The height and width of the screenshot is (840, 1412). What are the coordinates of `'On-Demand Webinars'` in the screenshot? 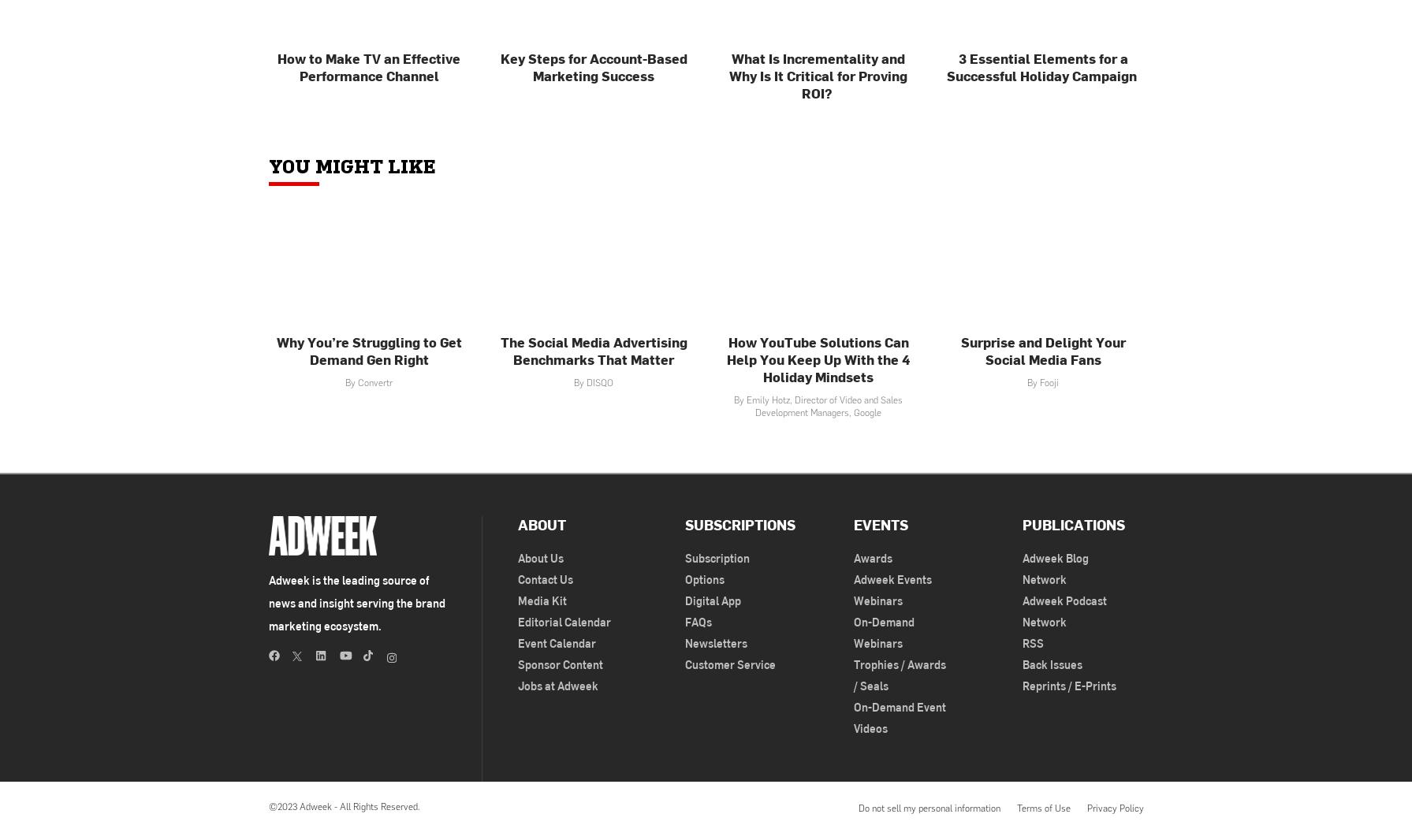 It's located at (883, 631).